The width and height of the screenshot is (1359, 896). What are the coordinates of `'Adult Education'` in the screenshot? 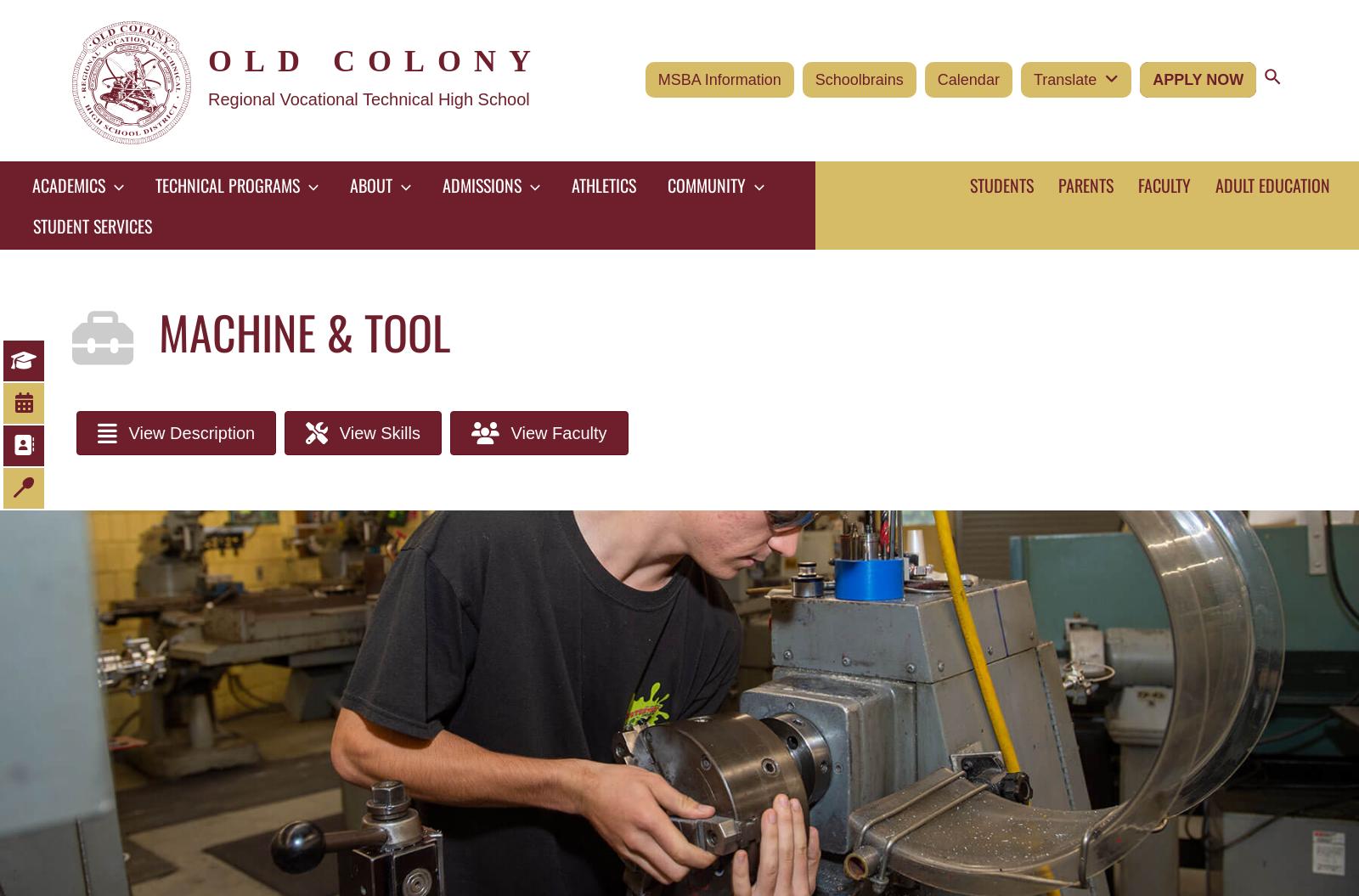 It's located at (1272, 183).